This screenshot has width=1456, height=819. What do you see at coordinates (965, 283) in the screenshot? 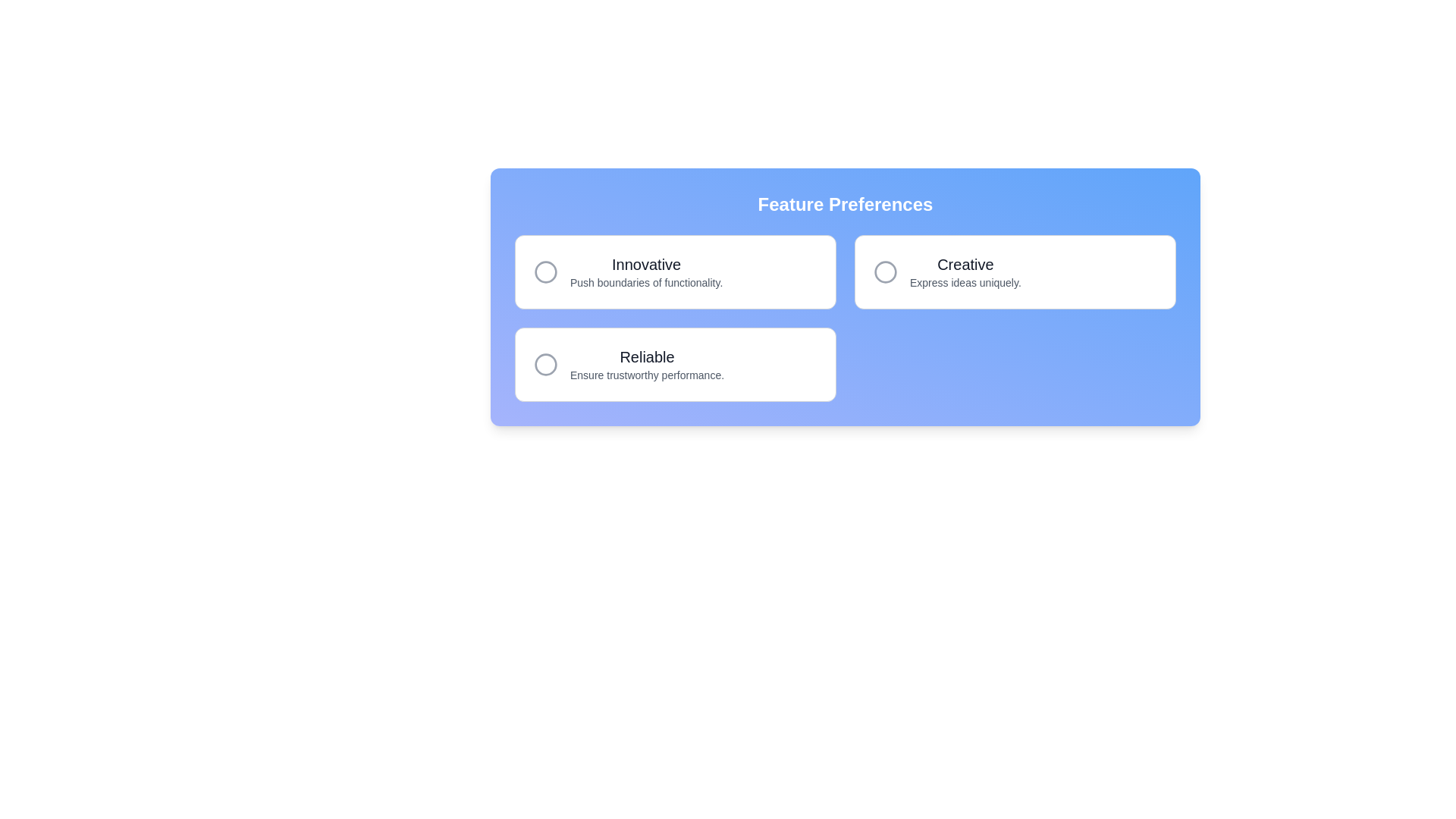
I see `static text label displaying 'Express ideas uniquely.' located below the heading 'Creative' in the top-right section of the 'Feature Preferences' area` at bounding box center [965, 283].